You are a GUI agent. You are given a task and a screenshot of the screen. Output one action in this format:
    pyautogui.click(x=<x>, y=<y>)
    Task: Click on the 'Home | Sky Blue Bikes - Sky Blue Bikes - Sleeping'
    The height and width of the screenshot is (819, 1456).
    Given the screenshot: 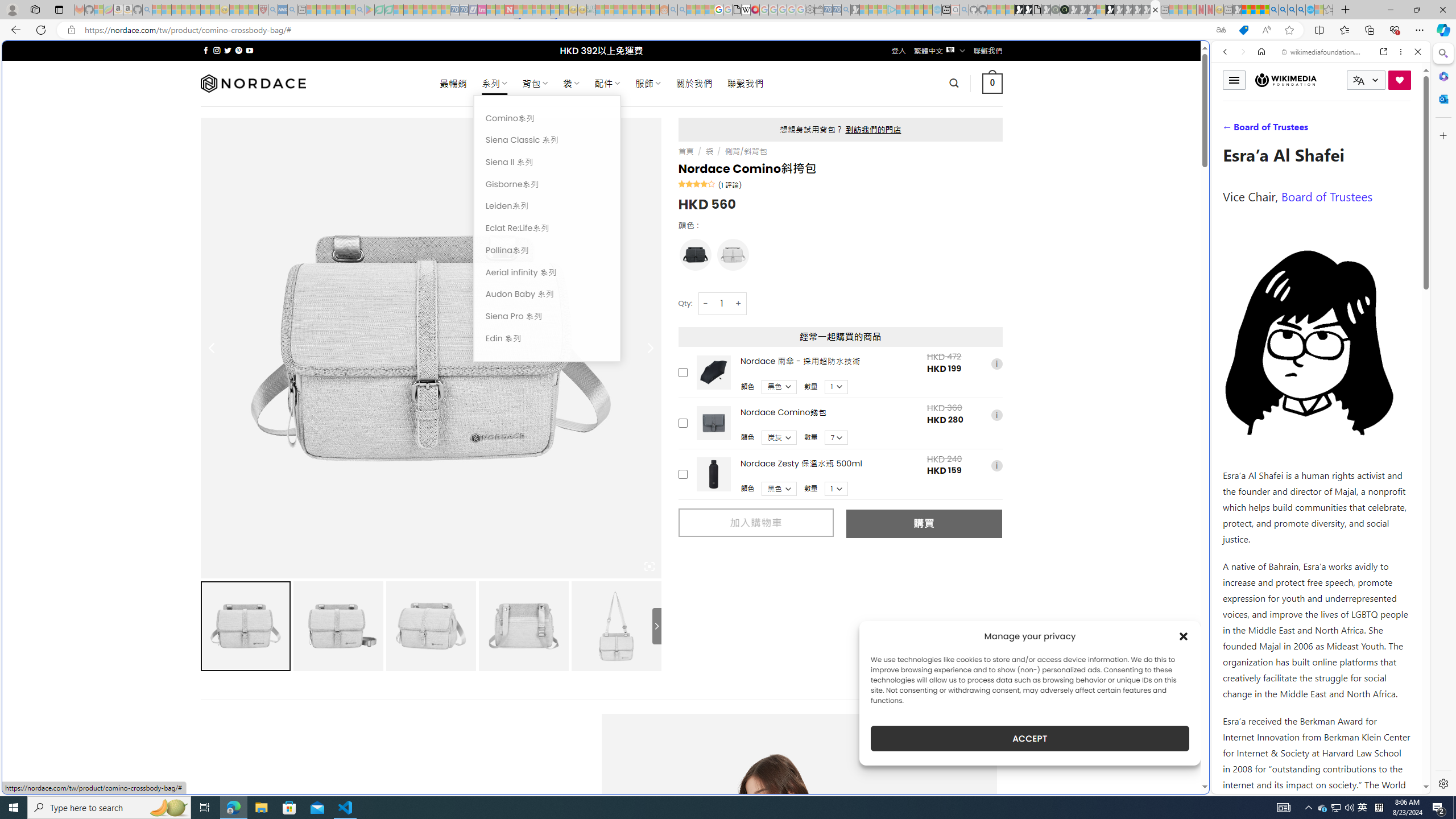 What is the action you would take?
    pyautogui.click(x=936, y=9)
    